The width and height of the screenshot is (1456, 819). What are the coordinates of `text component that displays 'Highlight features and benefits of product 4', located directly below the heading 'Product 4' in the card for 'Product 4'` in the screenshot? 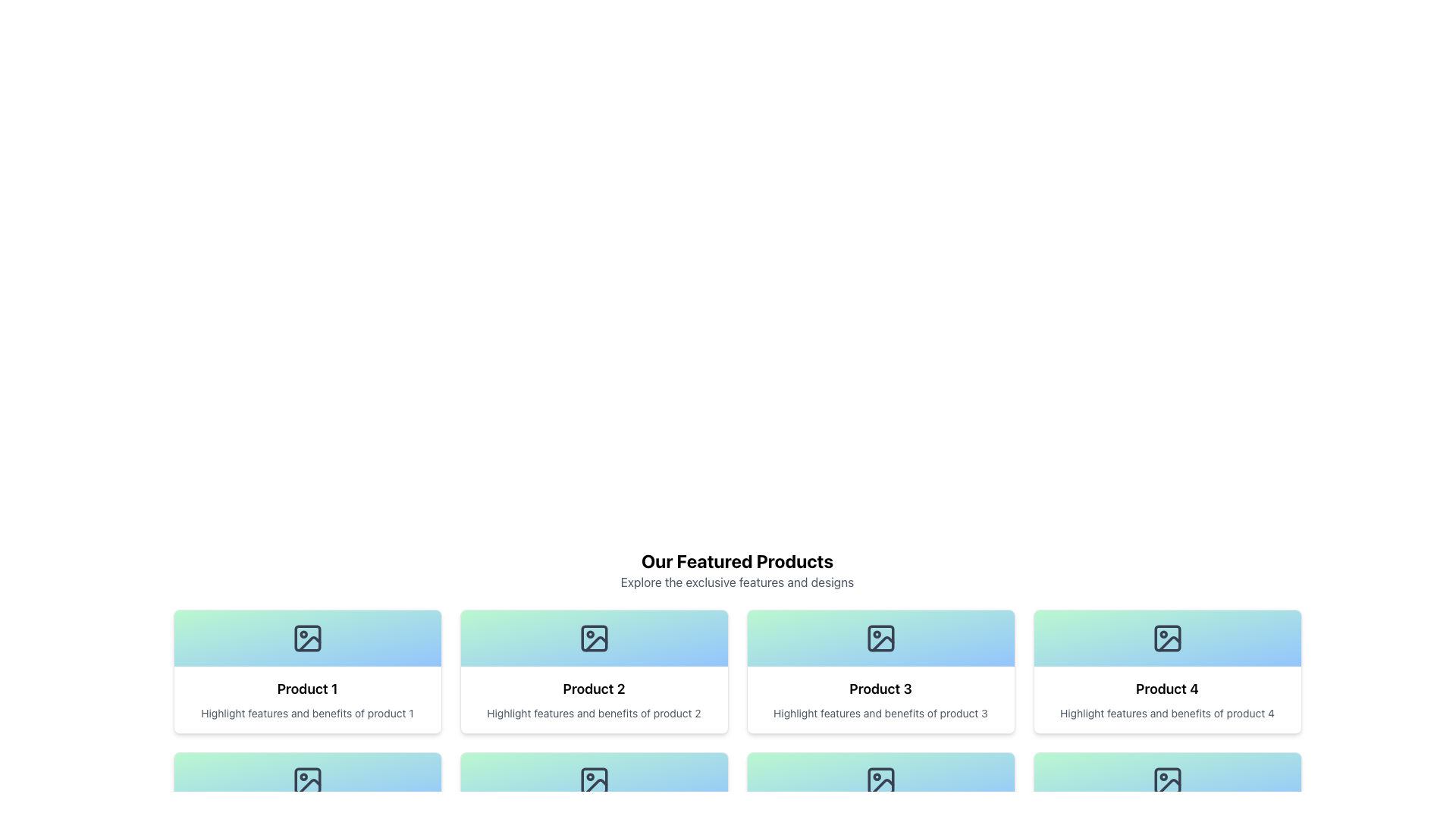 It's located at (1166, 714).